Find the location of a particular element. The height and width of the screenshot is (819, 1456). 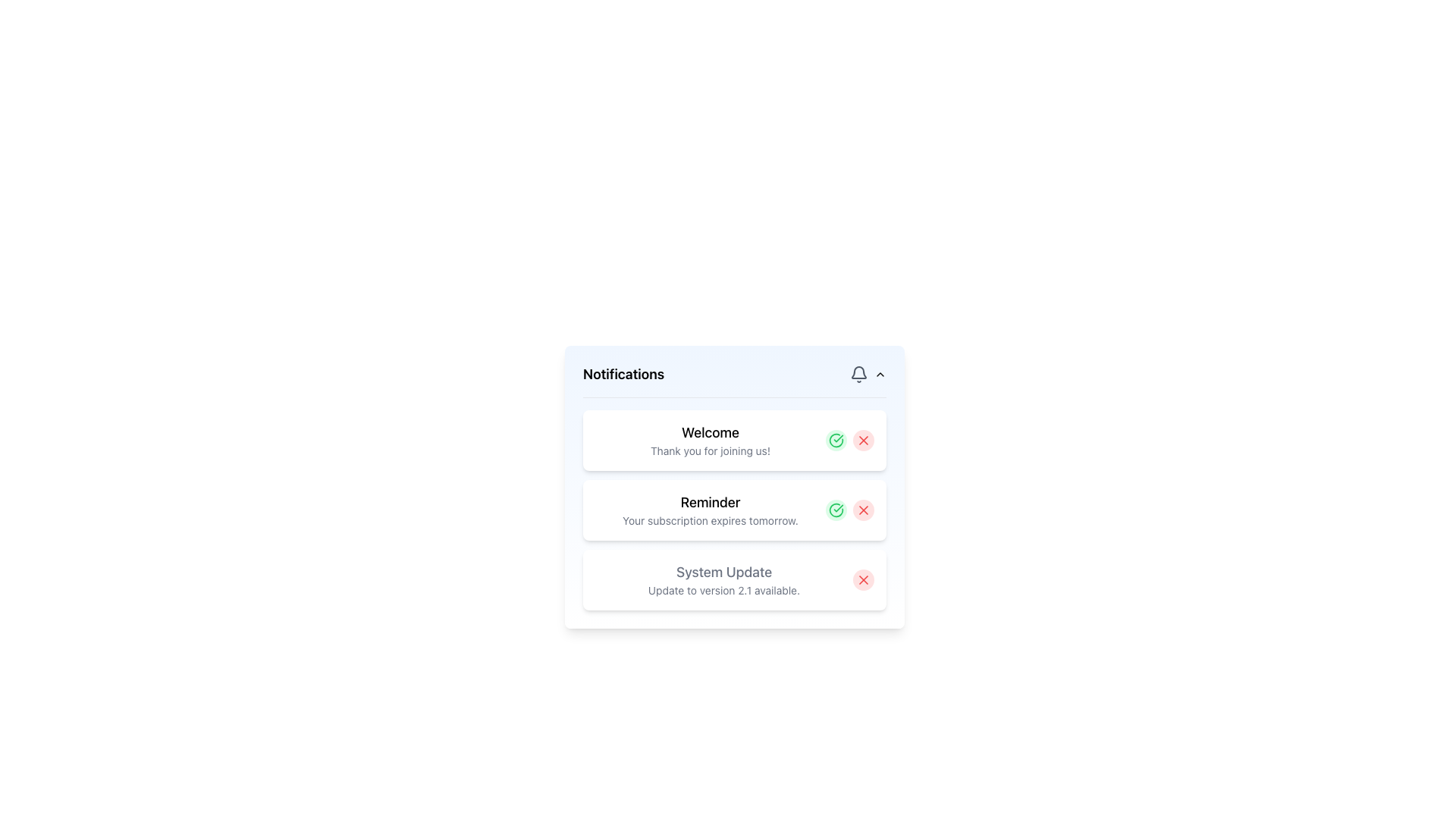

the green circular icon with a white checkmark symbol located to the right of the 'Reminder' notification text to confirm the notification is located at coordinates (836, 510).